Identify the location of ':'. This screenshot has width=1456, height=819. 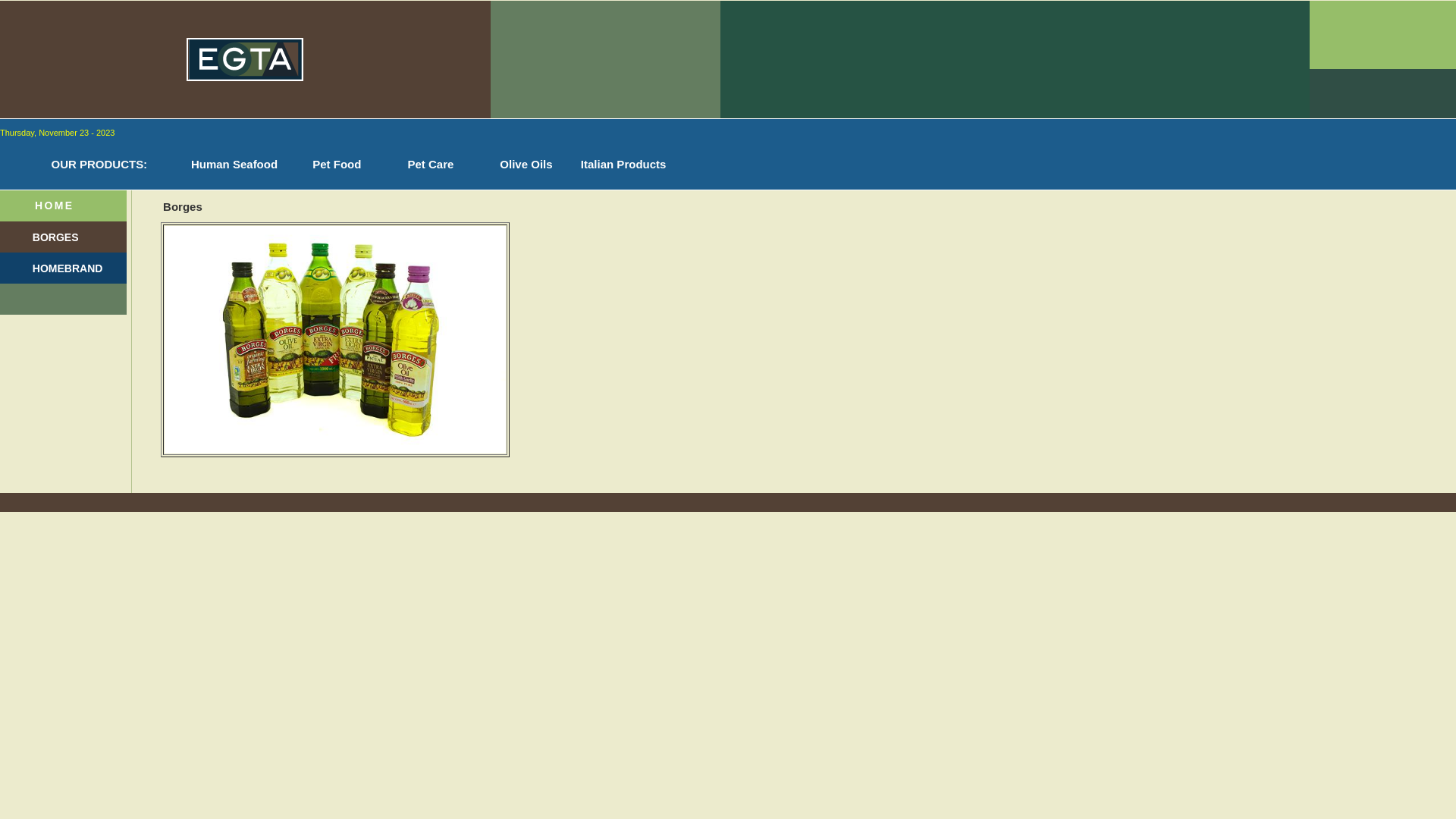
(145, 164).